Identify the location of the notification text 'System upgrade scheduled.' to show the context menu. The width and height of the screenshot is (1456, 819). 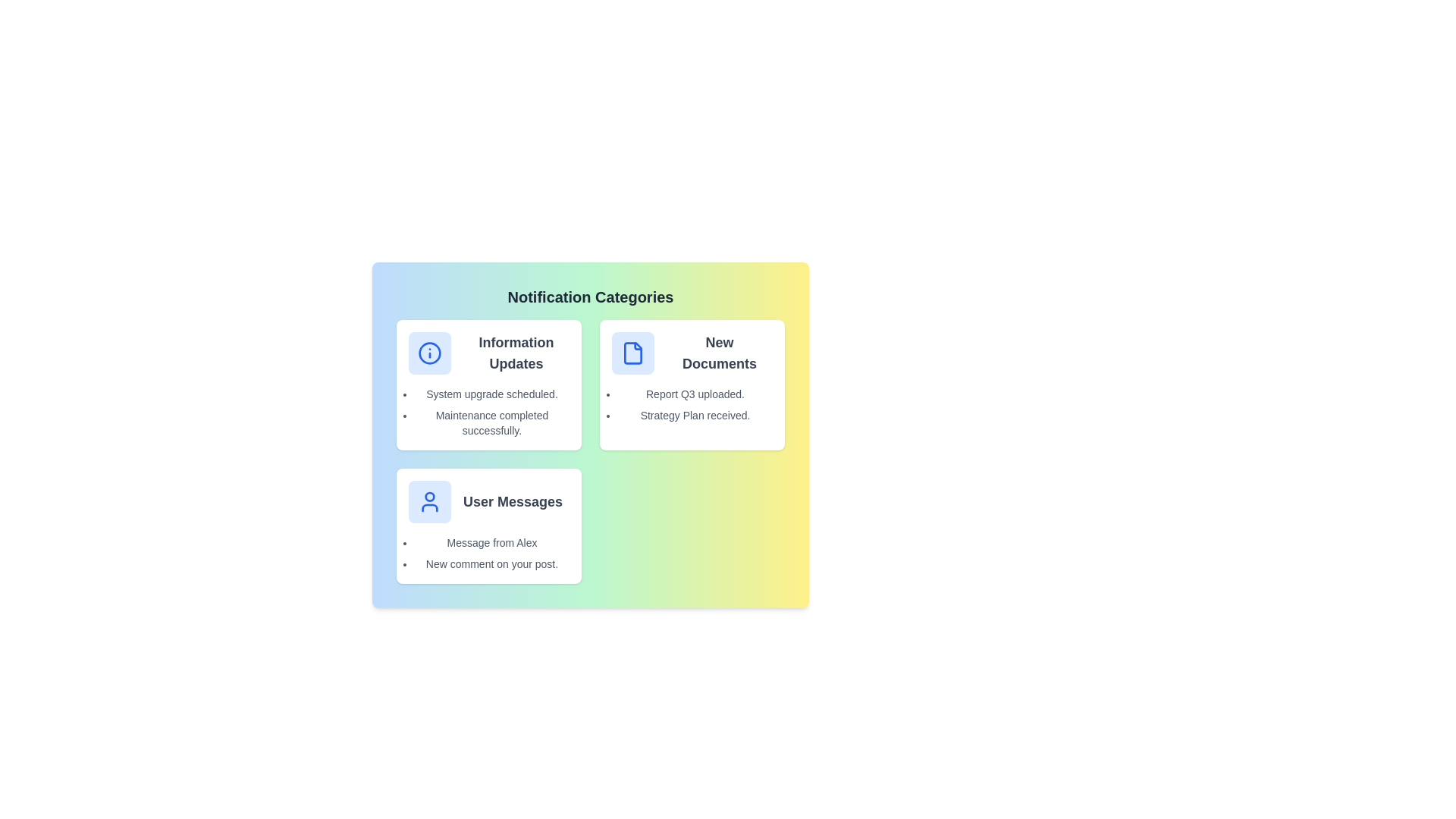
(491, 394).